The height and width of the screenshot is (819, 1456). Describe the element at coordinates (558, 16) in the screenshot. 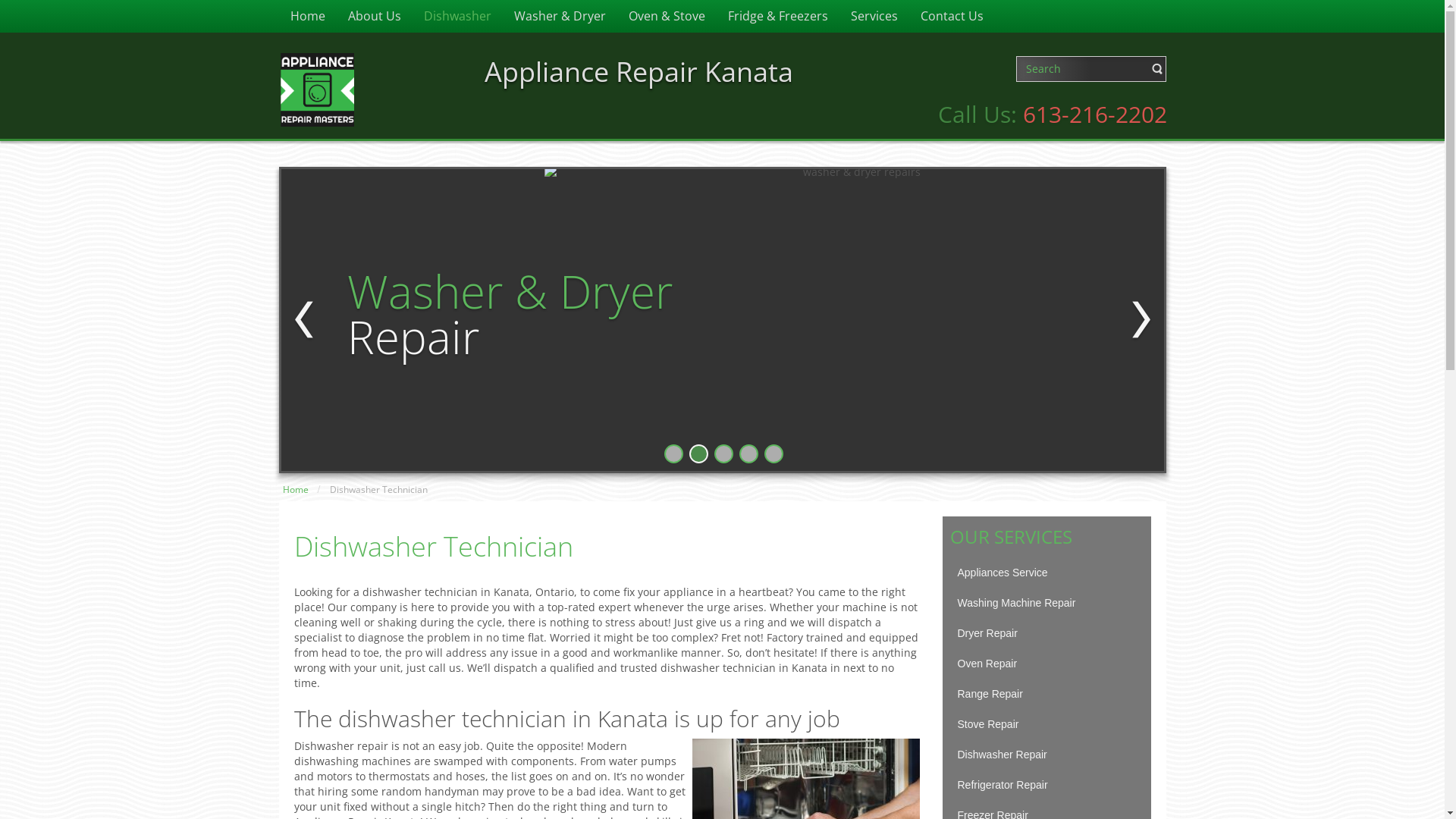

I see `'Washer & Dryer'` at that location.